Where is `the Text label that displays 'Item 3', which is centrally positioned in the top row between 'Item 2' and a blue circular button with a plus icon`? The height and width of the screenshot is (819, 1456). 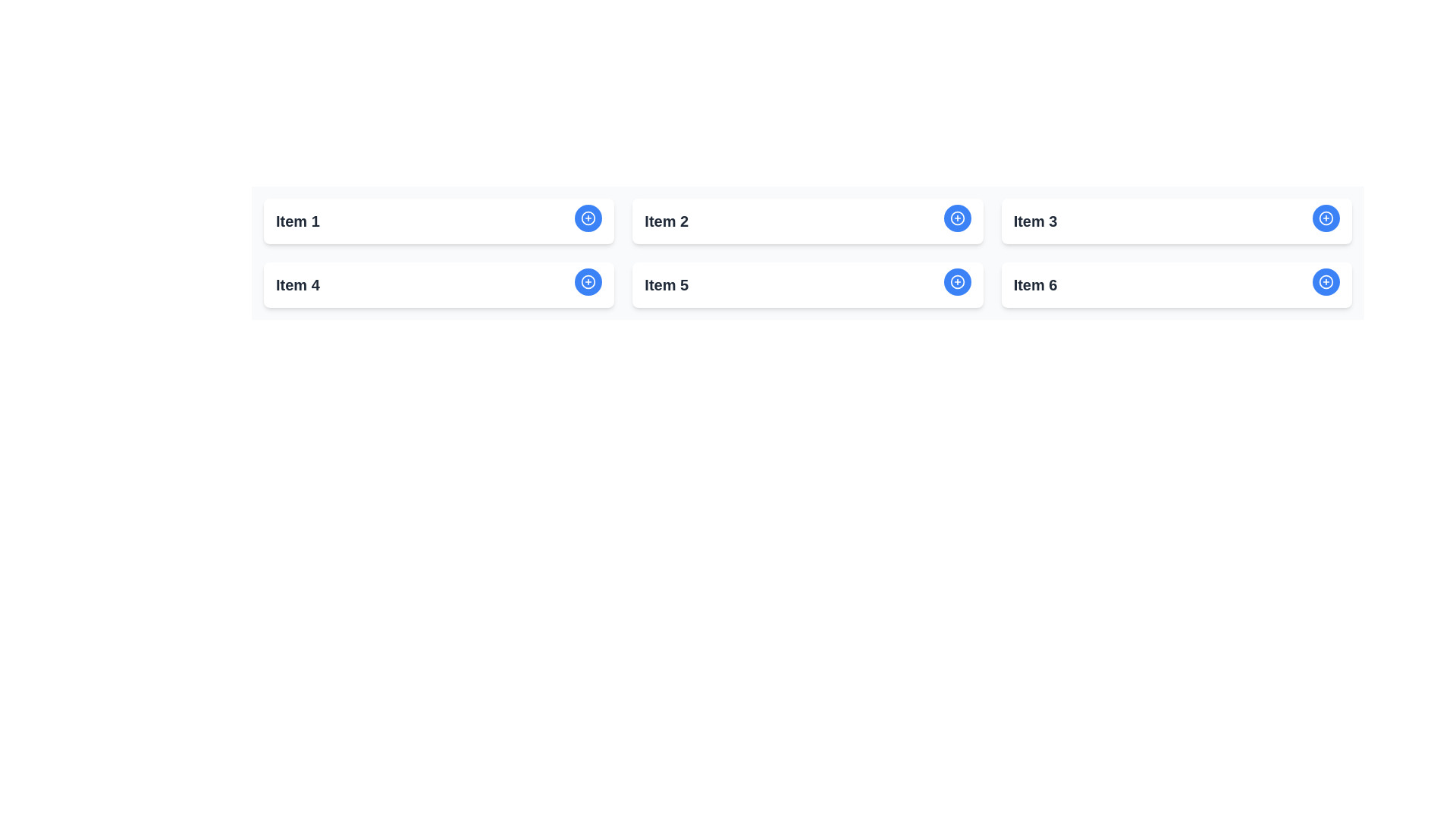 the Text label that displays 'Item 3', which is centrally positioned in the top row between 'Item 2' and a blue circular button with a plus icon is located at coordinates (1034, 221).